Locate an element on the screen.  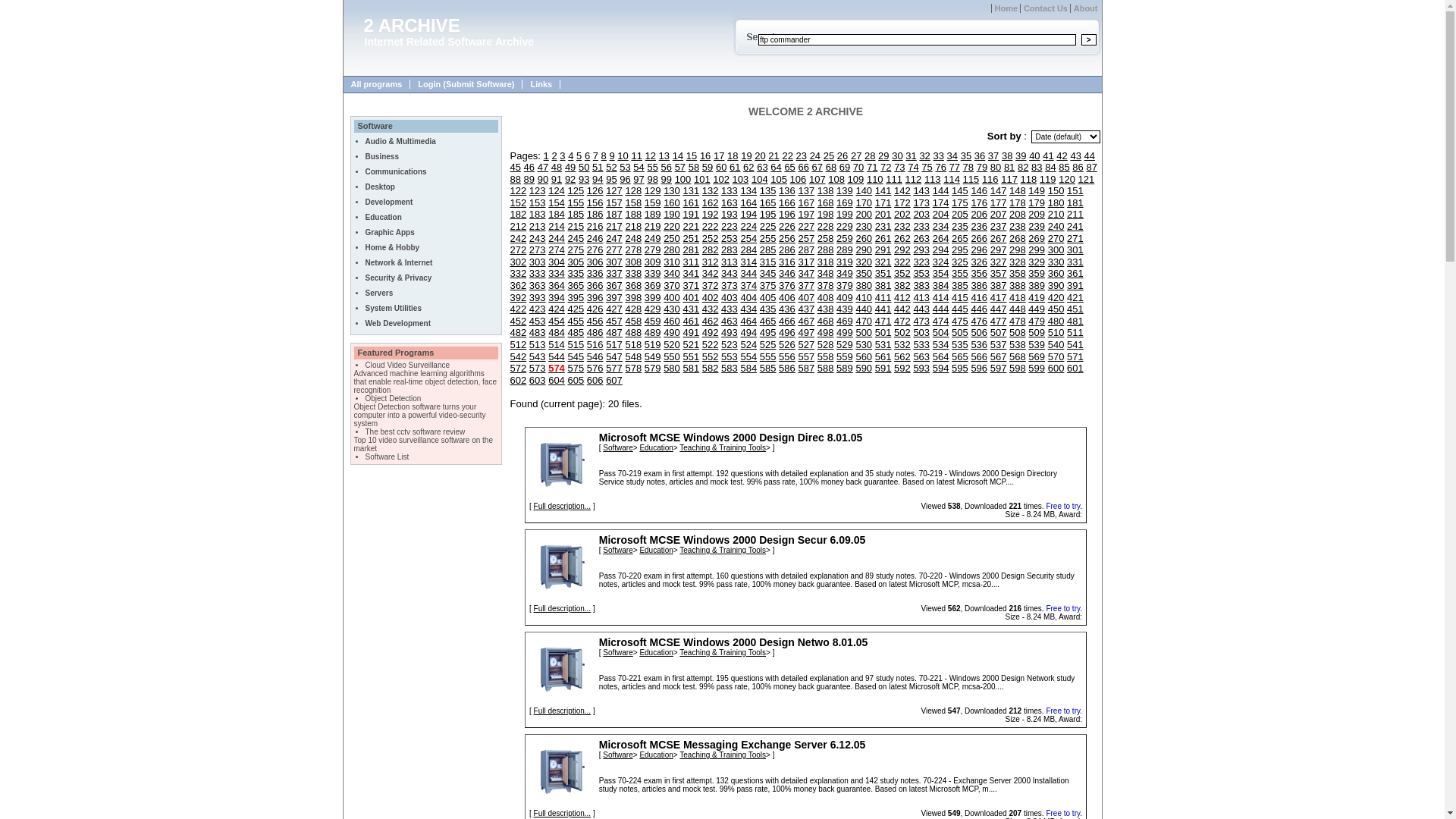
'200' is located at coordinates (863, 214).